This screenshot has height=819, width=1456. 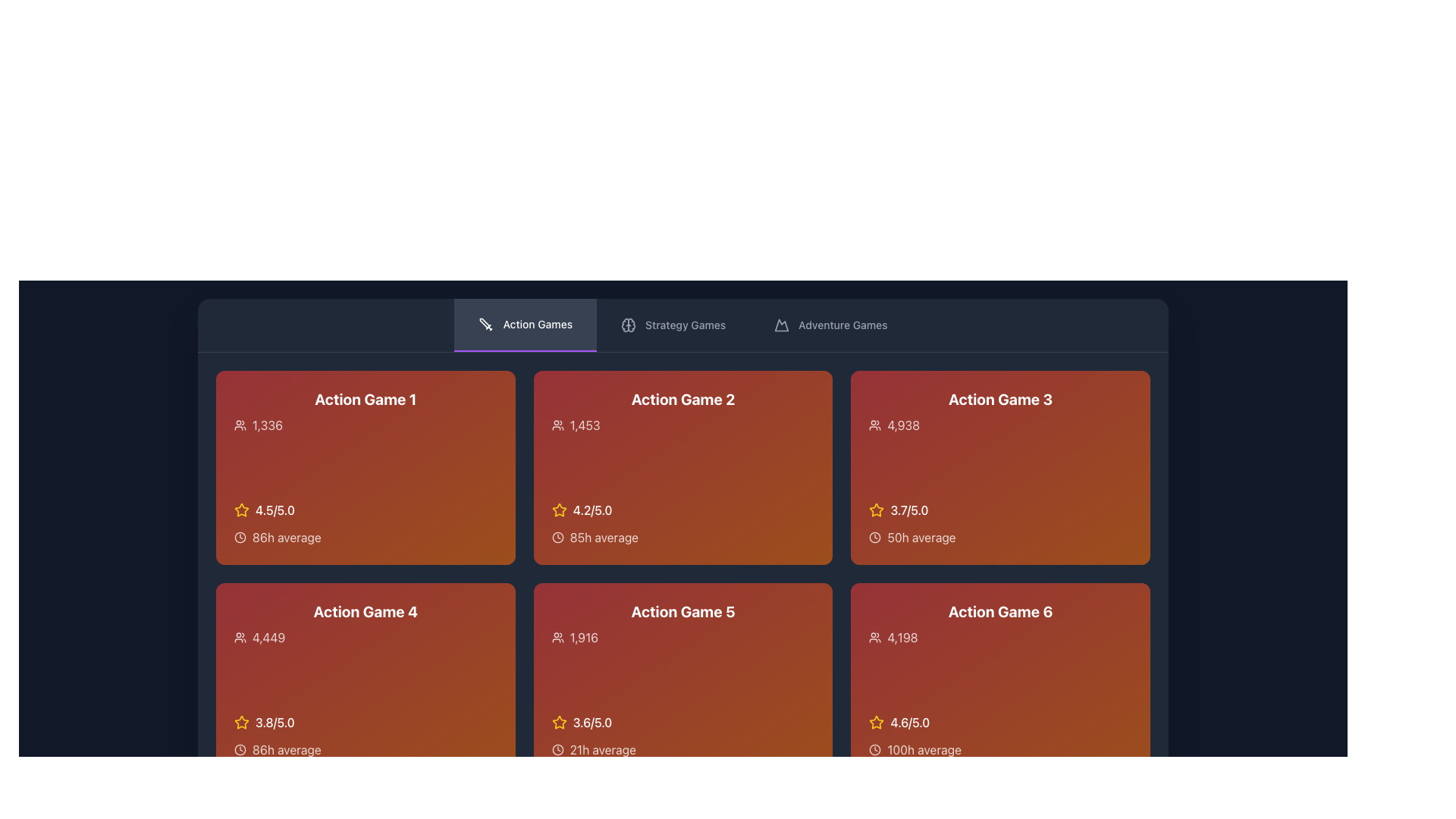 What do you see at coordinates (842, 324) in the screenshot?
I see `the 'Adventure Games' text element located in the right section of the horizontal navigation menu` at bounding box center [842, 324].